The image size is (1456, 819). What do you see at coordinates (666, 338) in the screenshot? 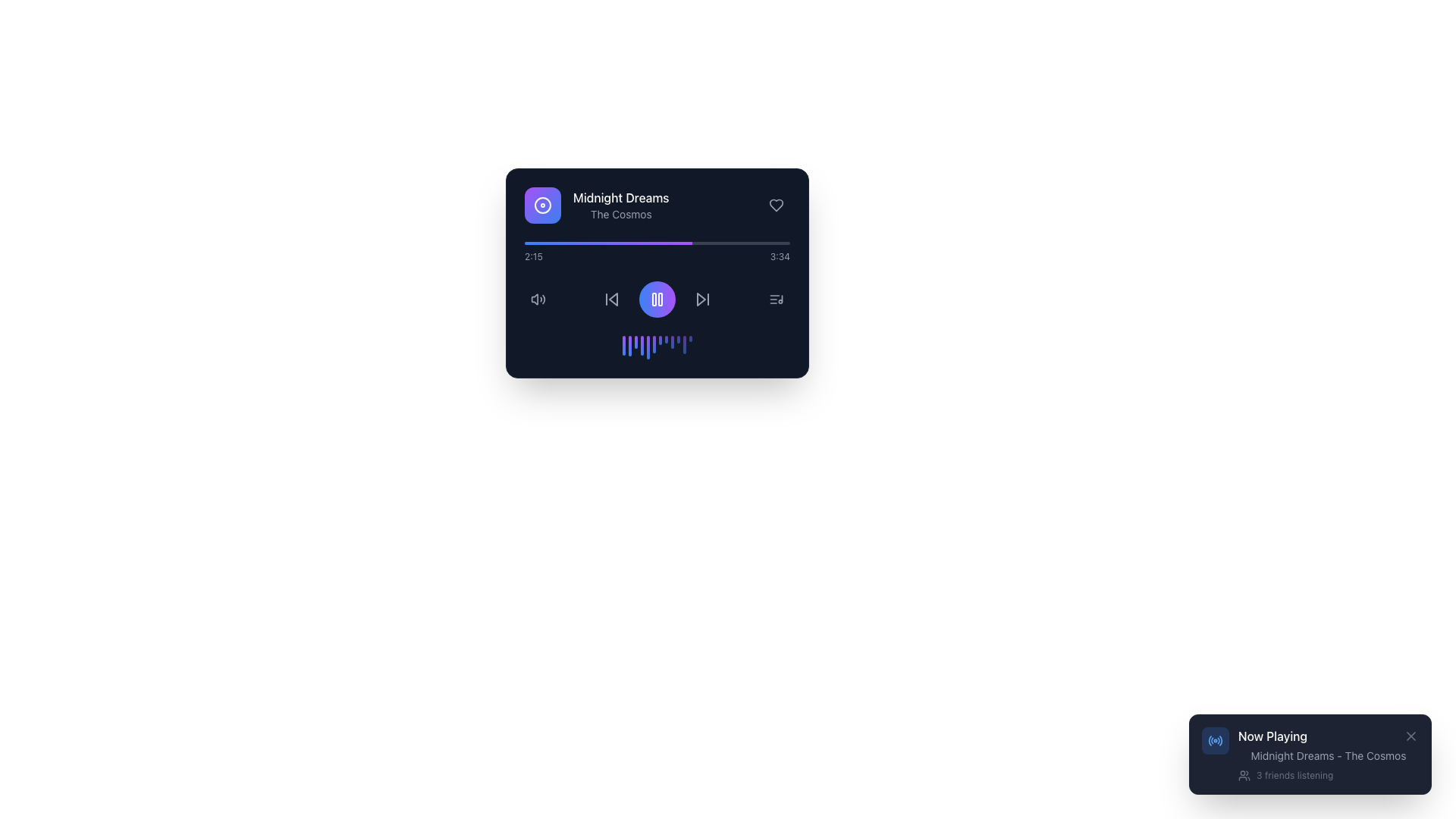
I see `the eighth waveform bar in the audio player interface to observe its dynamic visual response` at bounding box center [666, 338].